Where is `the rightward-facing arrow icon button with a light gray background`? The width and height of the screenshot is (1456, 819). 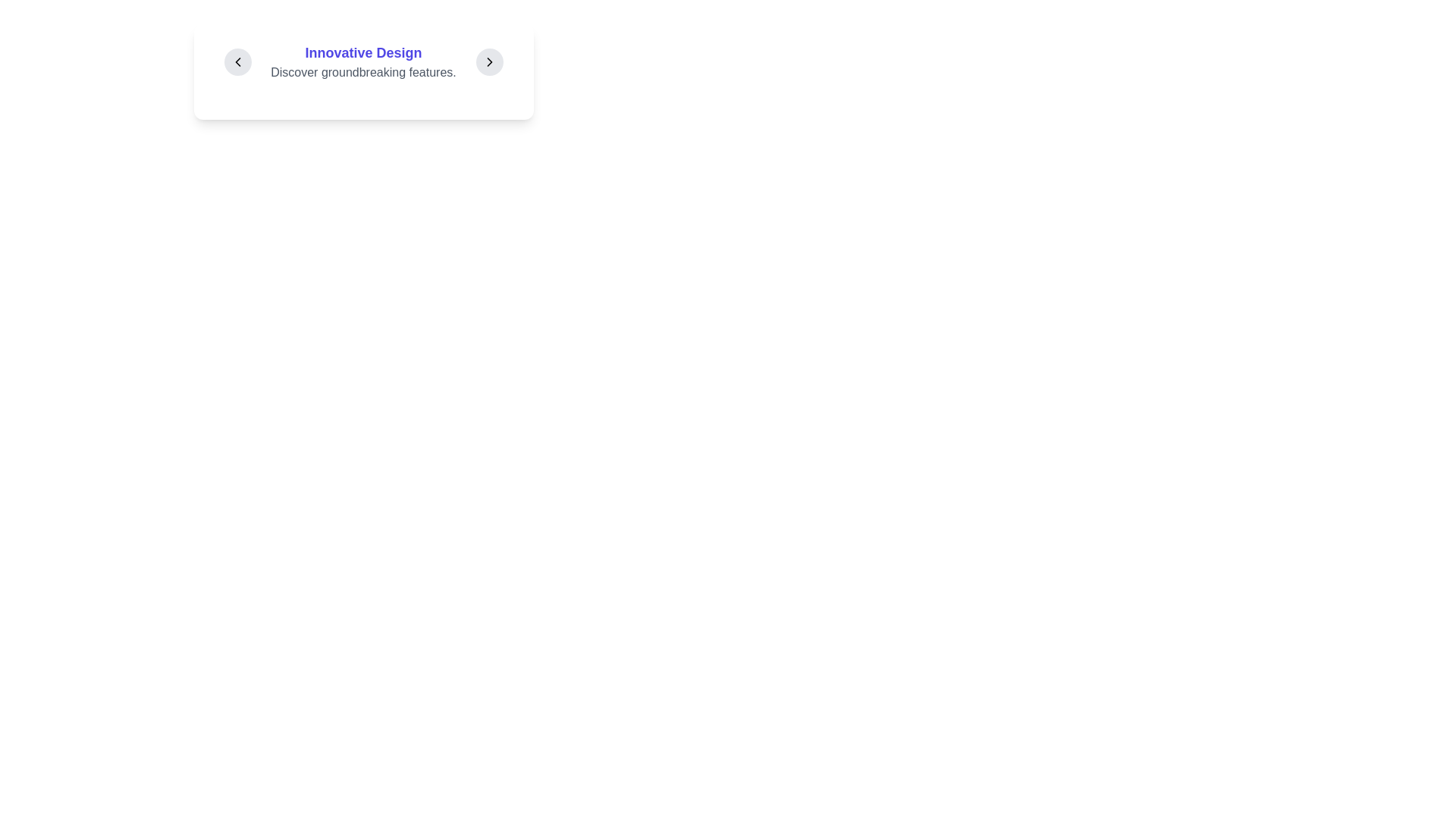 the rightward-facing arrow icon button with a light gray background is located at coordinates (489, 61).